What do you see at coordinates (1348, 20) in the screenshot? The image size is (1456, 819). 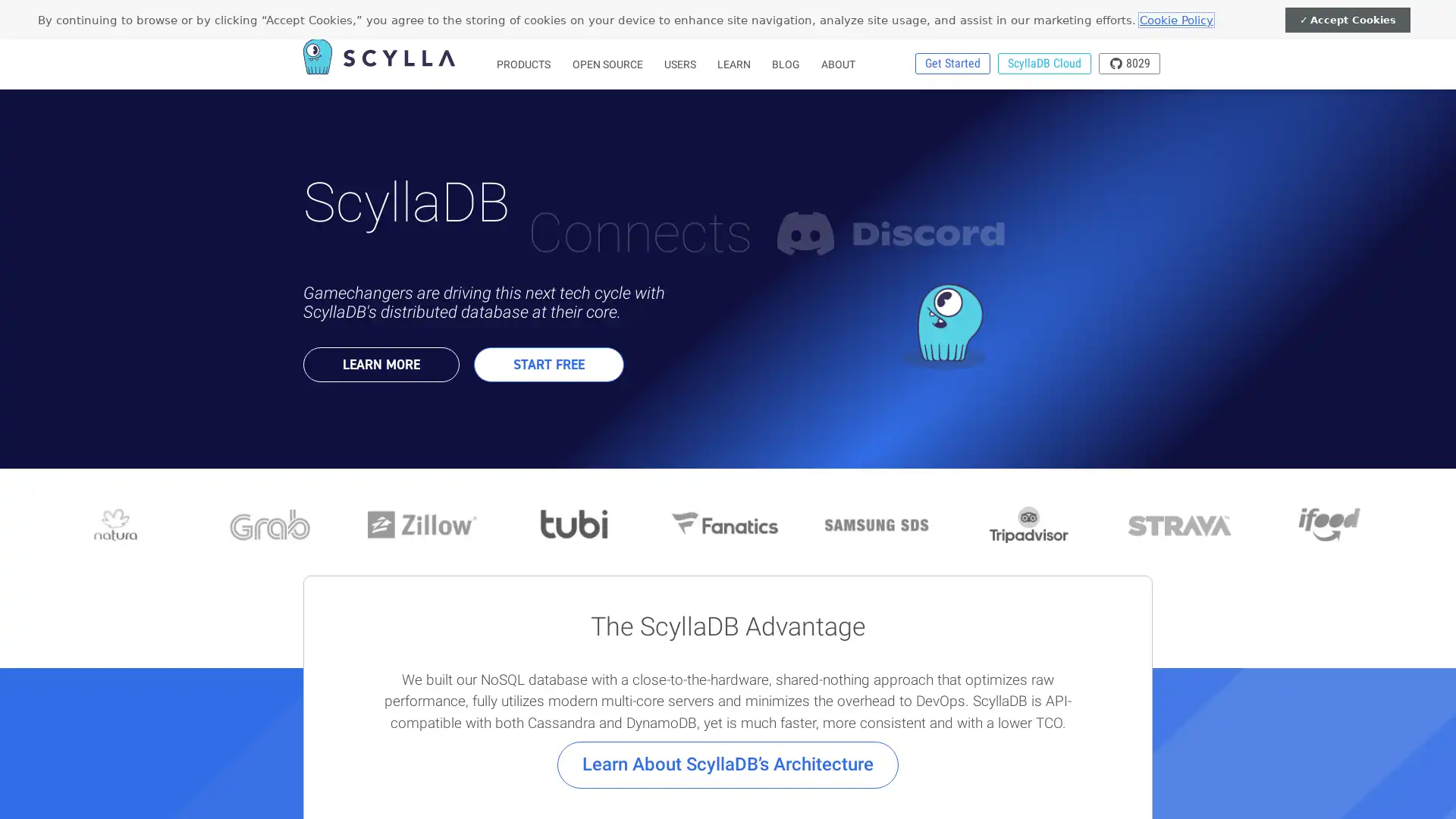 I see `Accept Cookies` at bounding box center [1348, 20].